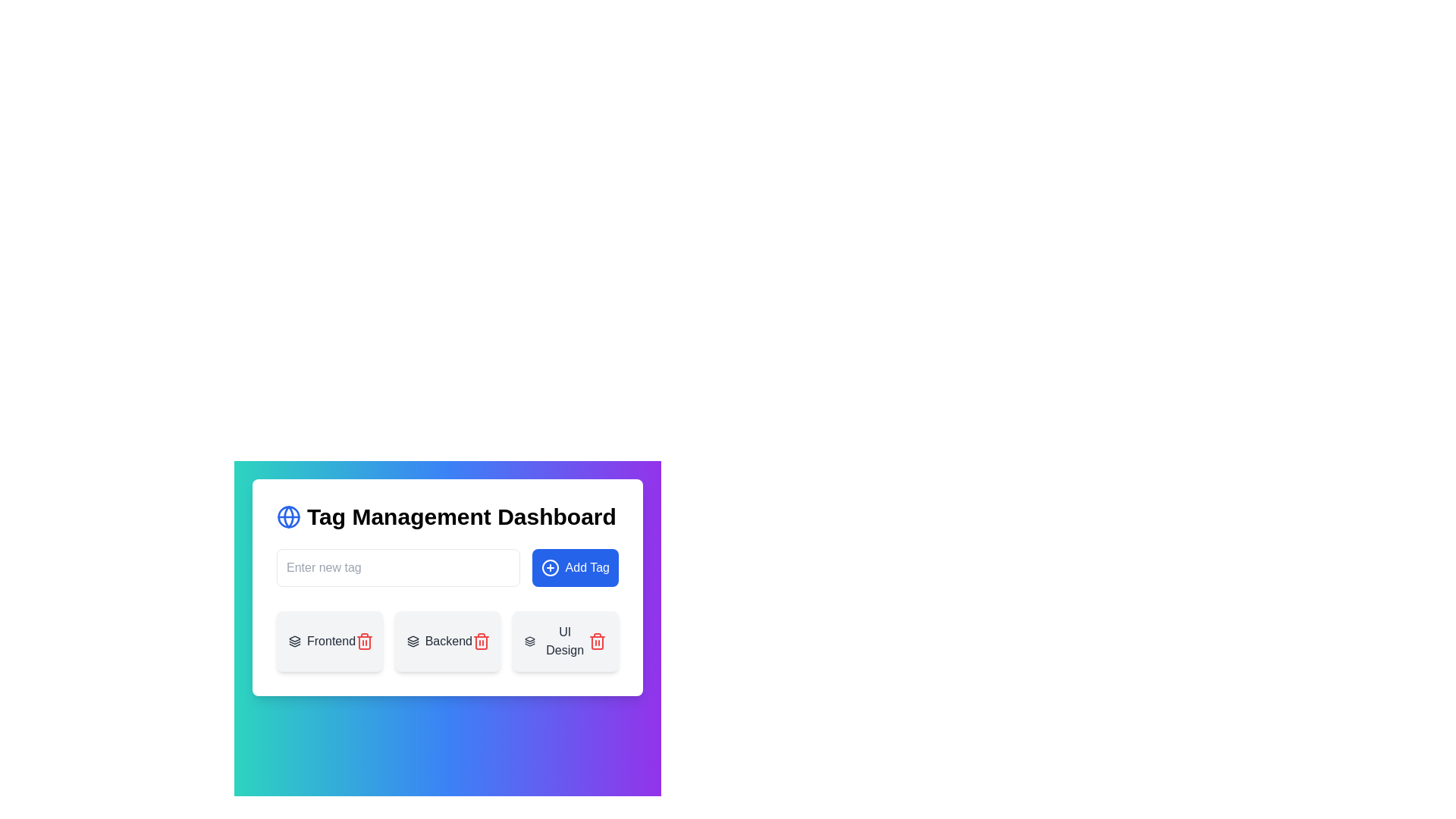  Describe the element at coordinates (294, 641) in the screenshot. I see `the layers icon, which consists of three staggered rectangles stacked vertically, located to the left of the 'Frontend' text label` at that location.